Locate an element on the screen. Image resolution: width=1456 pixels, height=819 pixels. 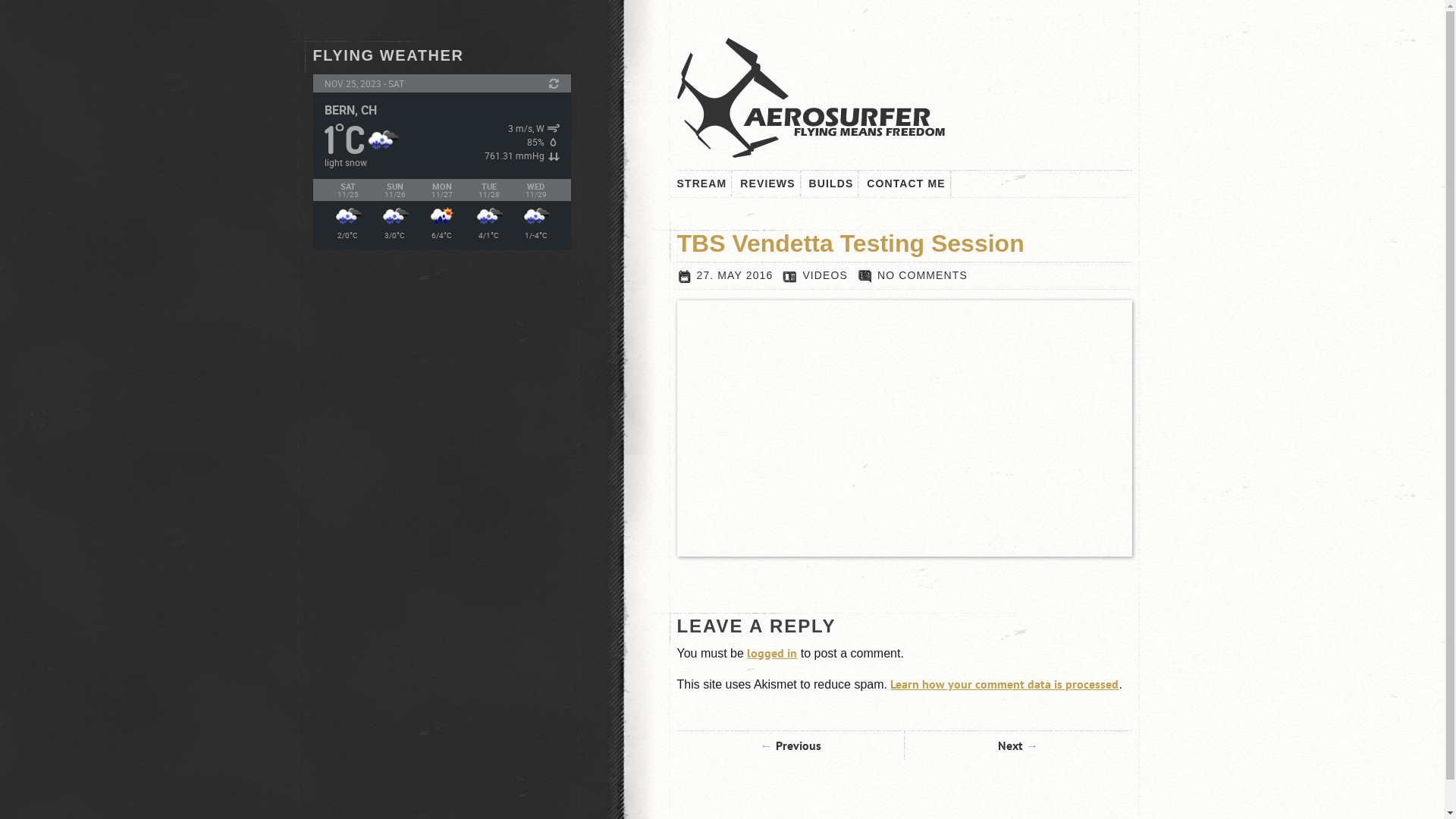
'light snow' is located at coordinates (381, 140).